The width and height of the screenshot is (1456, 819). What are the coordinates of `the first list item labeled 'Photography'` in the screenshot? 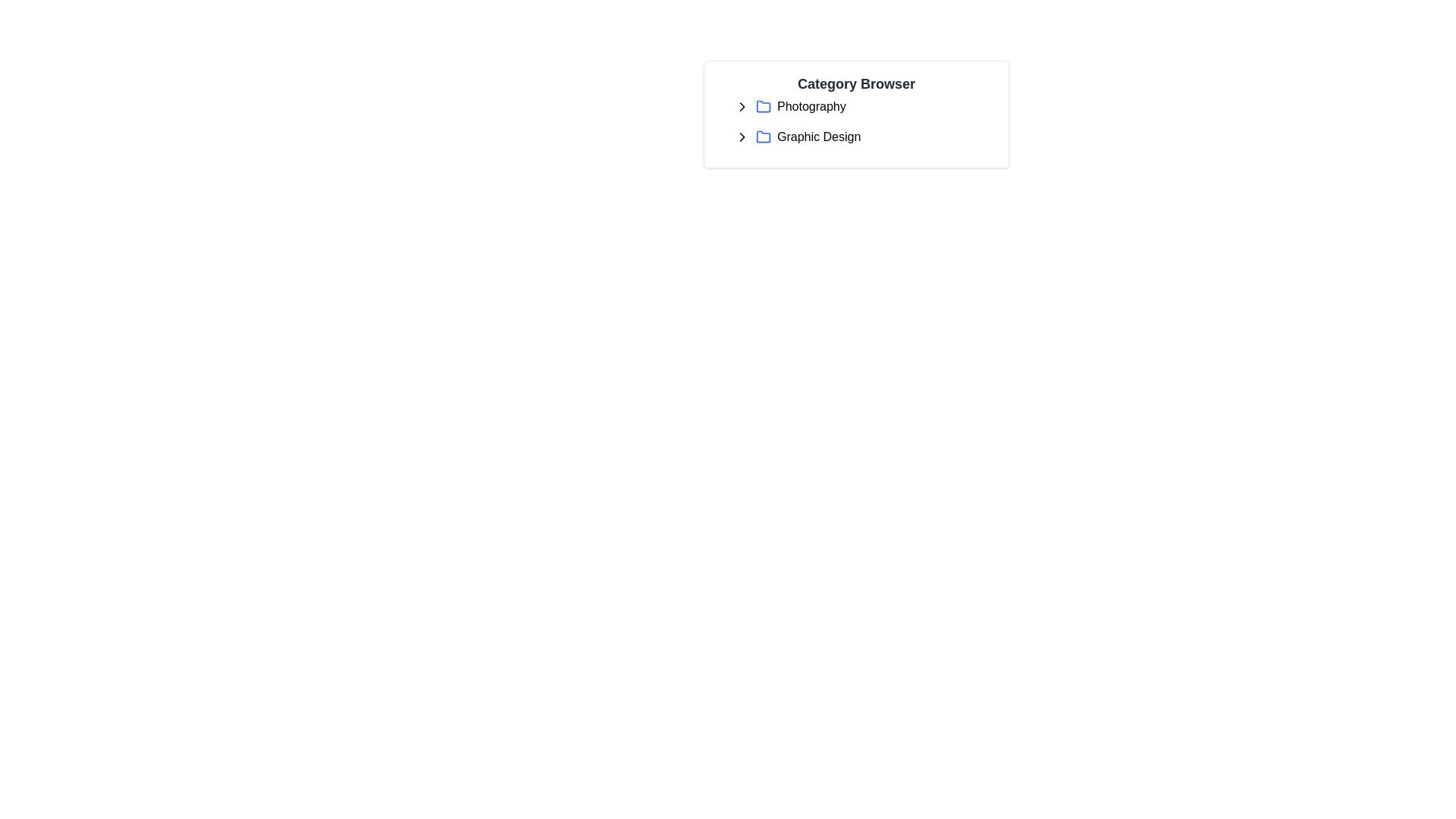 It's located at (862, 106).